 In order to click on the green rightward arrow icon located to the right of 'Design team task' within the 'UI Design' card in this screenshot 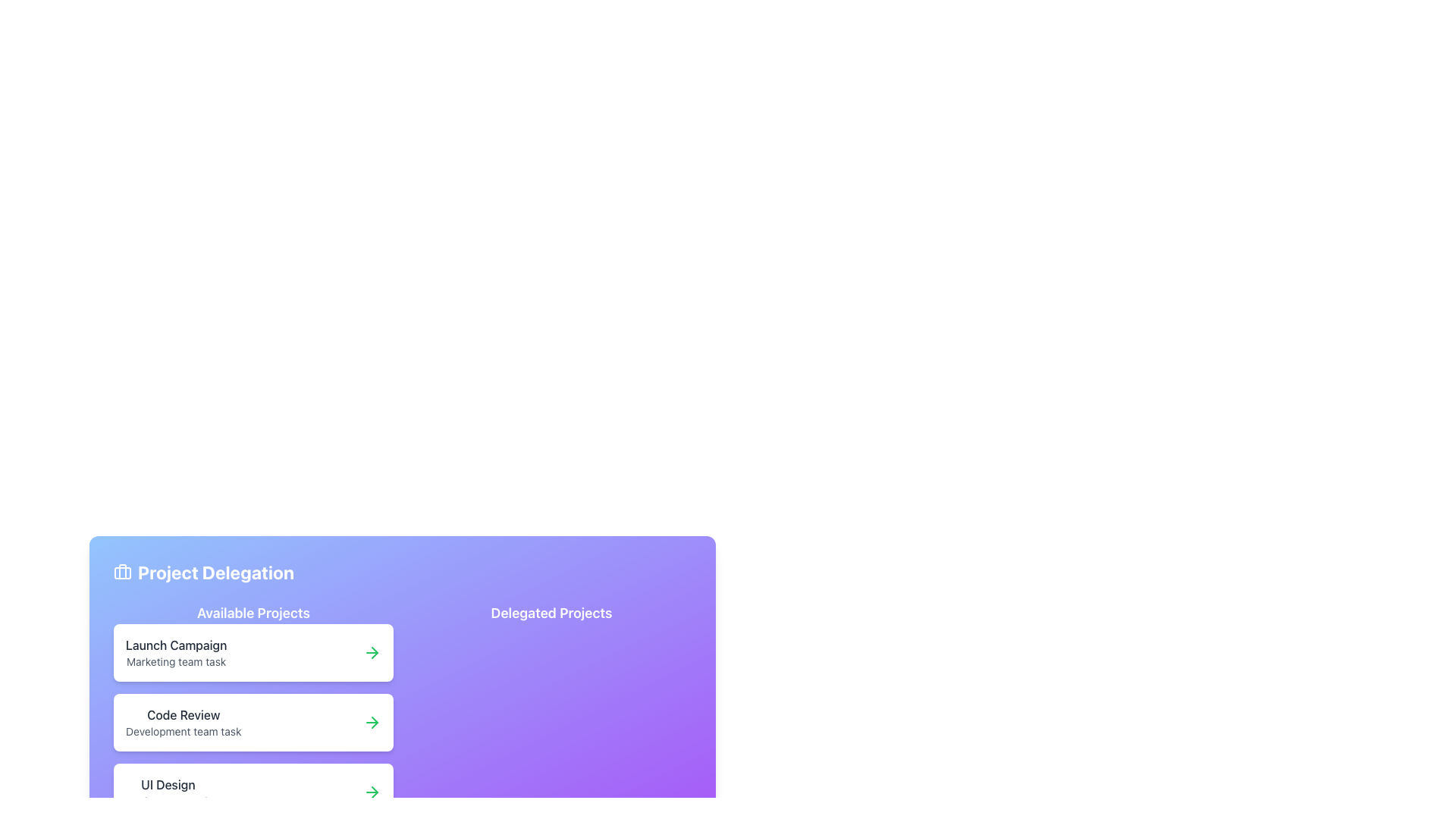, I will do `click(372, 792)`.